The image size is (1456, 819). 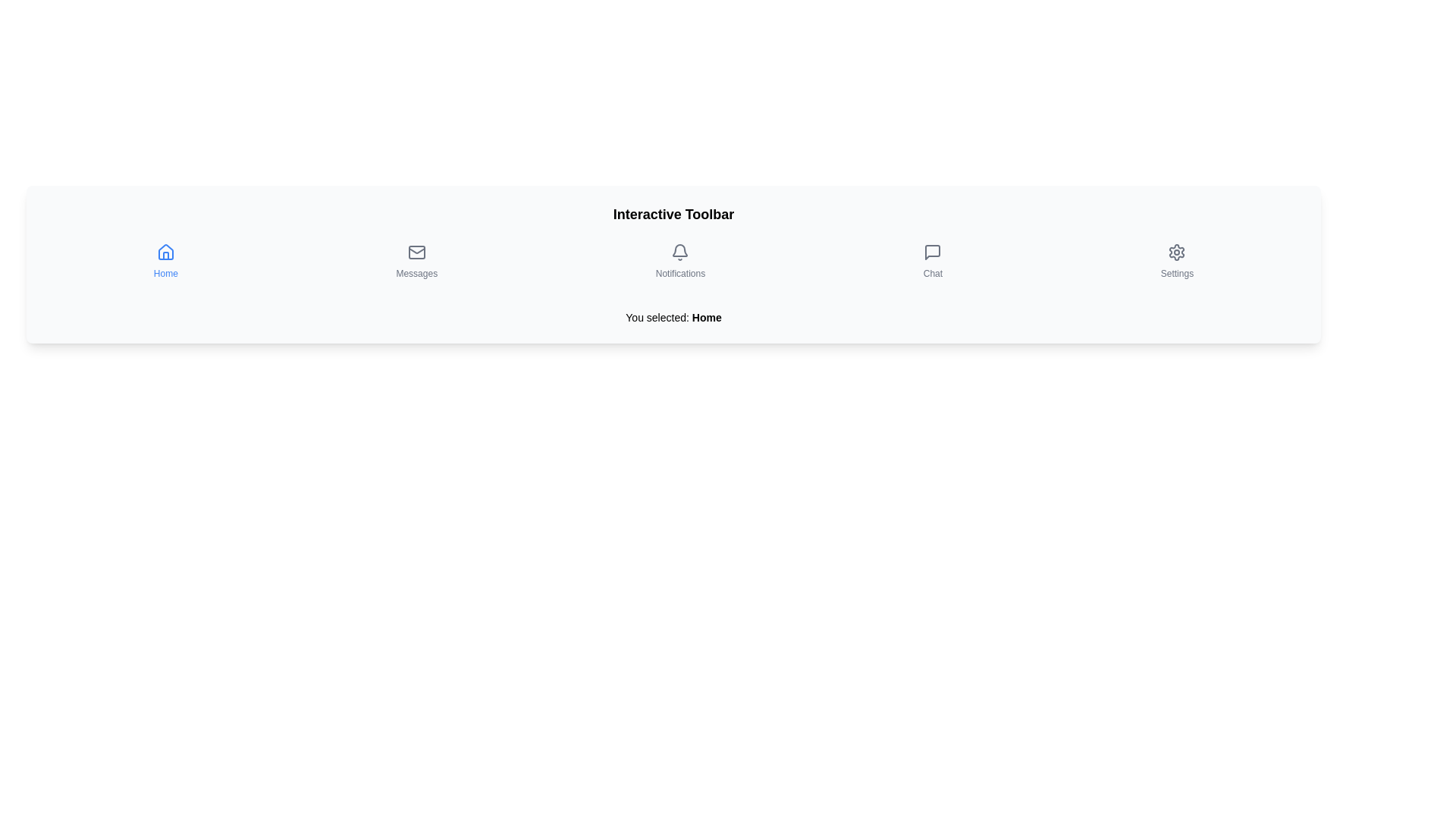 I want to click on the mail-shaped icon on the toolbar, located under the 'Messages' label, so click(x=416, y=251).